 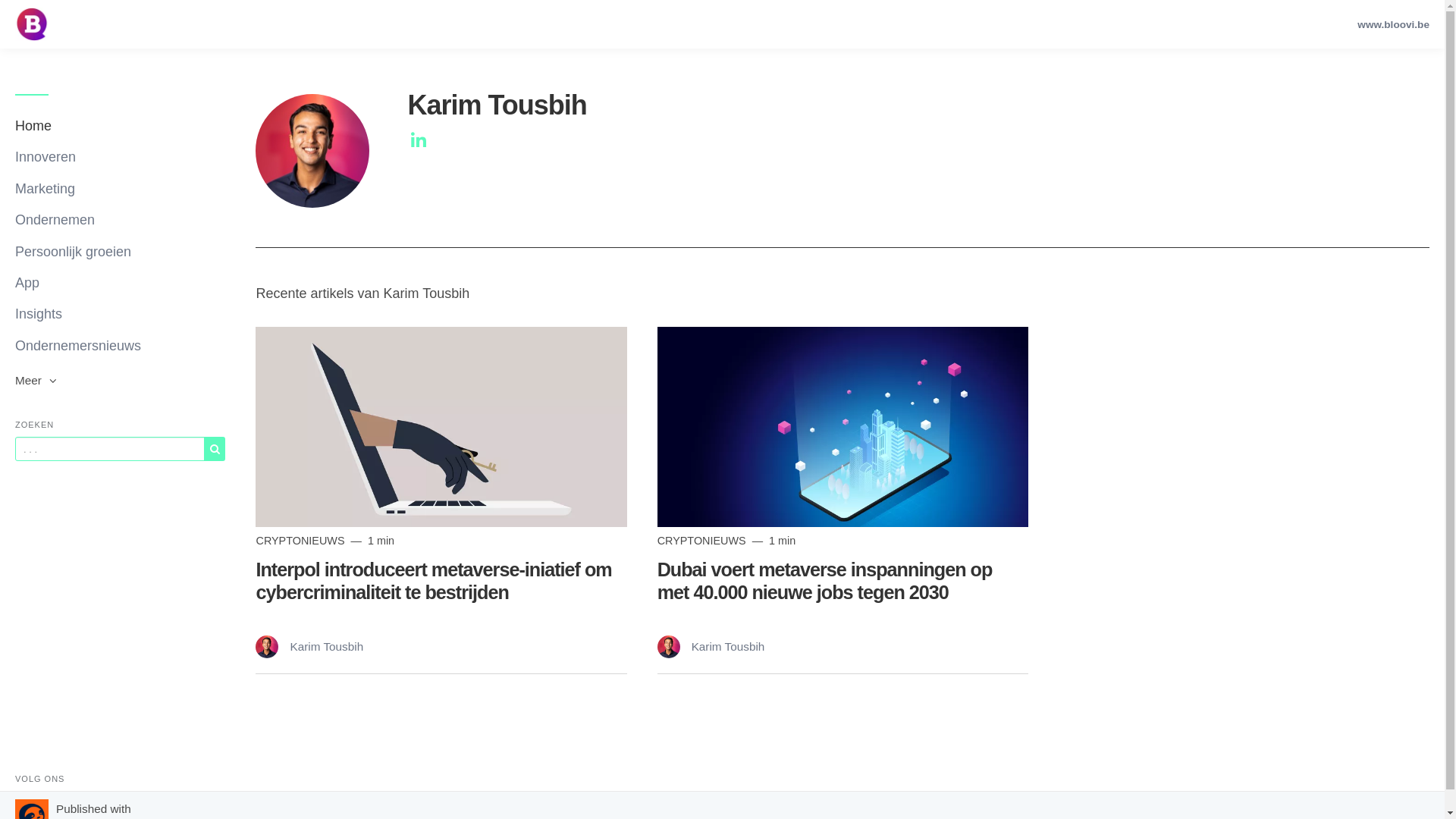 What do you see at coordinates (119, 283) in the screenshot?
I see `'App'` at bounding box center [119, 283].